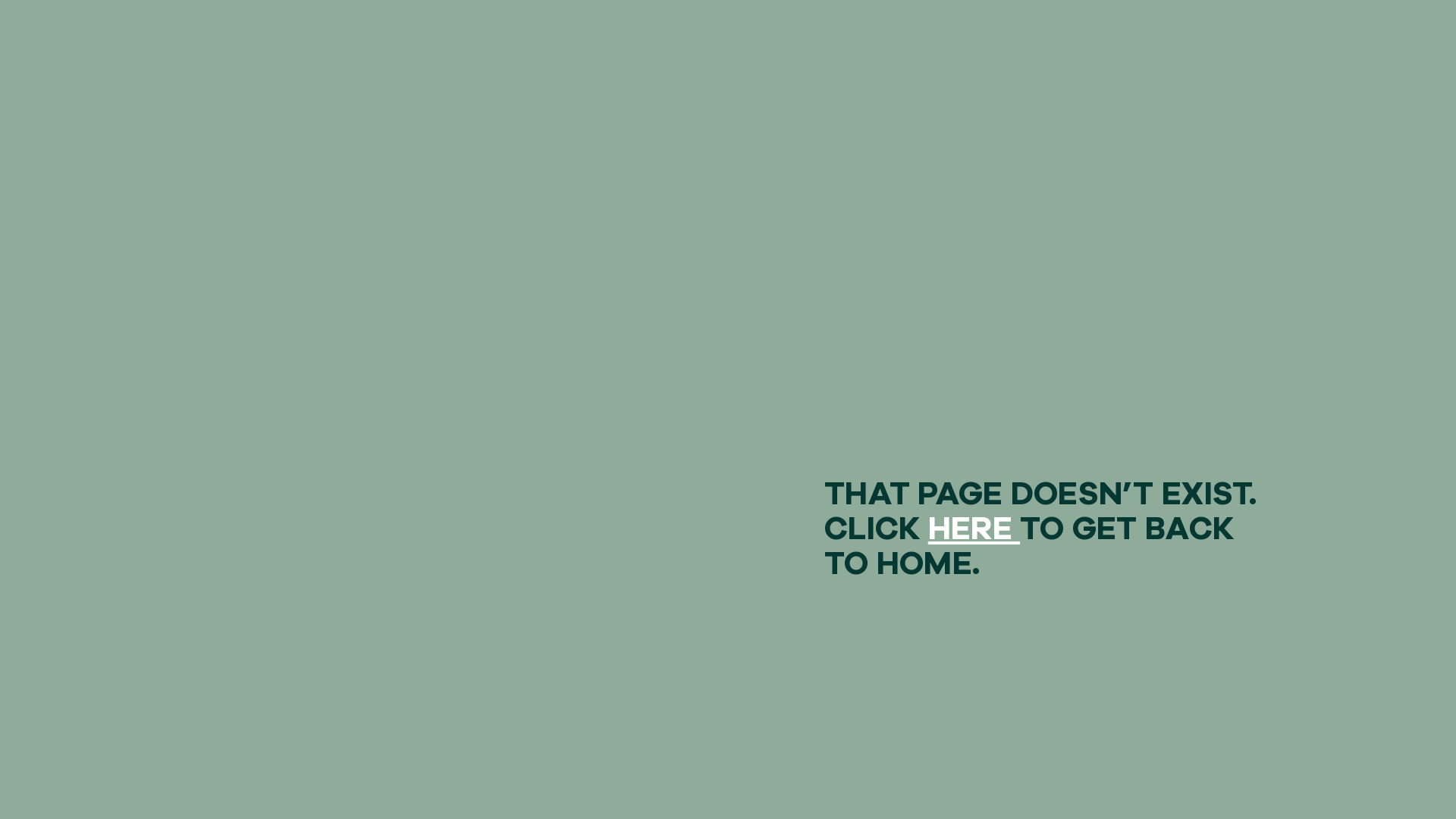 Image resolution: width=1456 pixels, height=819 pixels. Describe the element at coordinates (974, 528) in the screenshot. I see `'HERE'` at that location.